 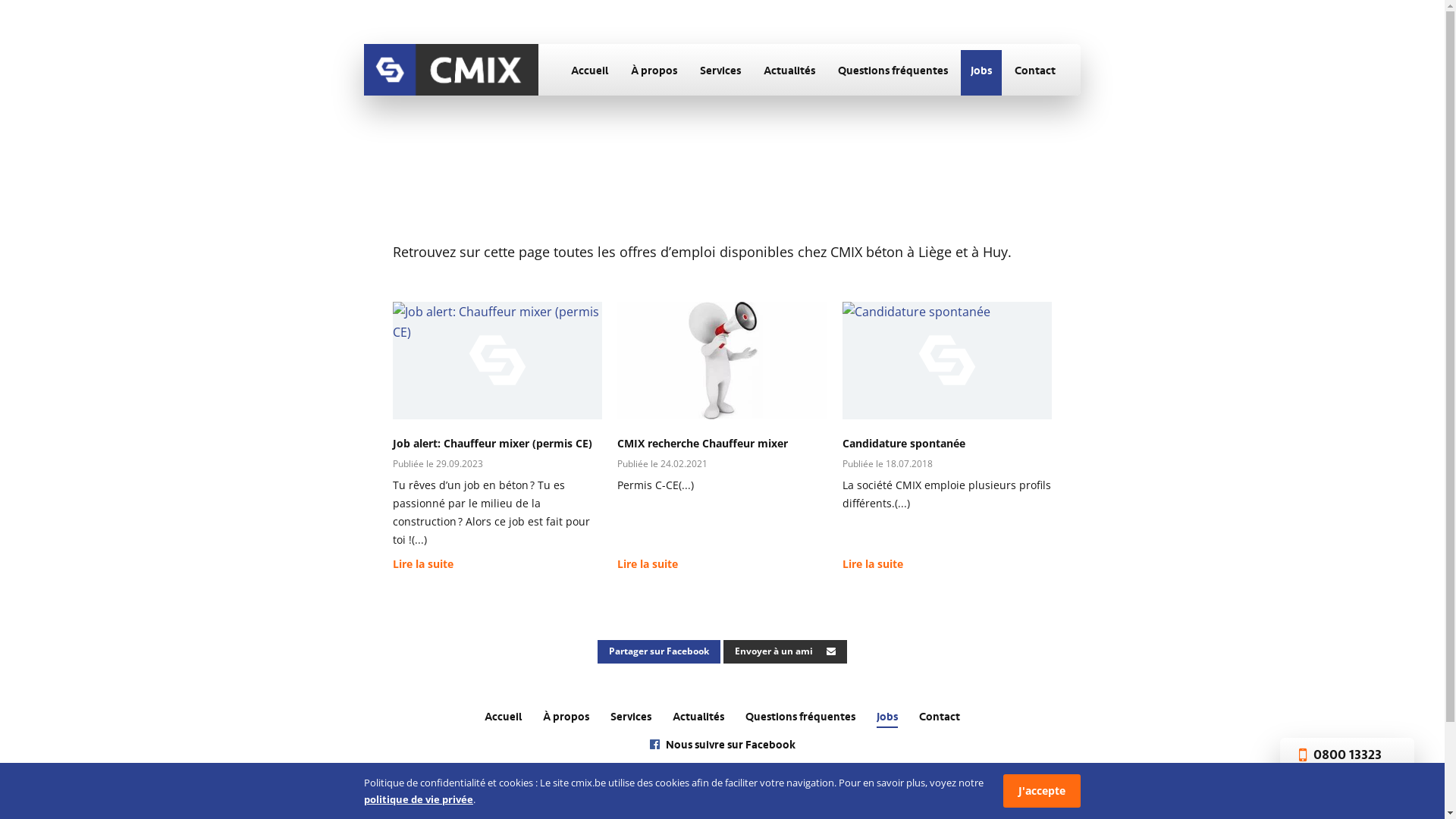 I want to click on 'Jobs', so click(x=981, y=73).